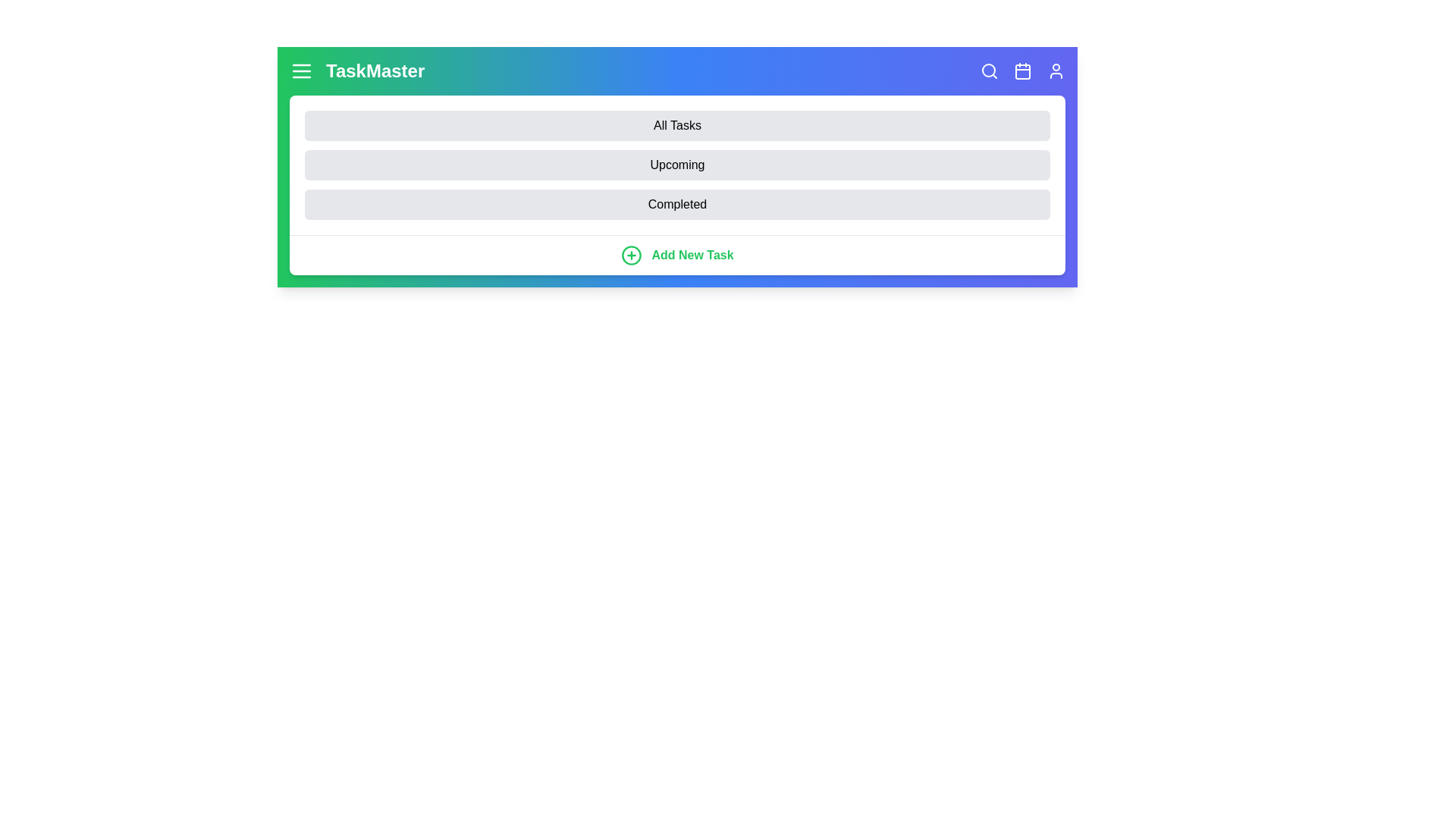 Image resolution: width=1456 pixels, height=819 pixels. What do you see at coordinates (1022, 71) in the screenshot?
I see `the calendar icon to open the calendar view` at bounding box center [1022, 71].